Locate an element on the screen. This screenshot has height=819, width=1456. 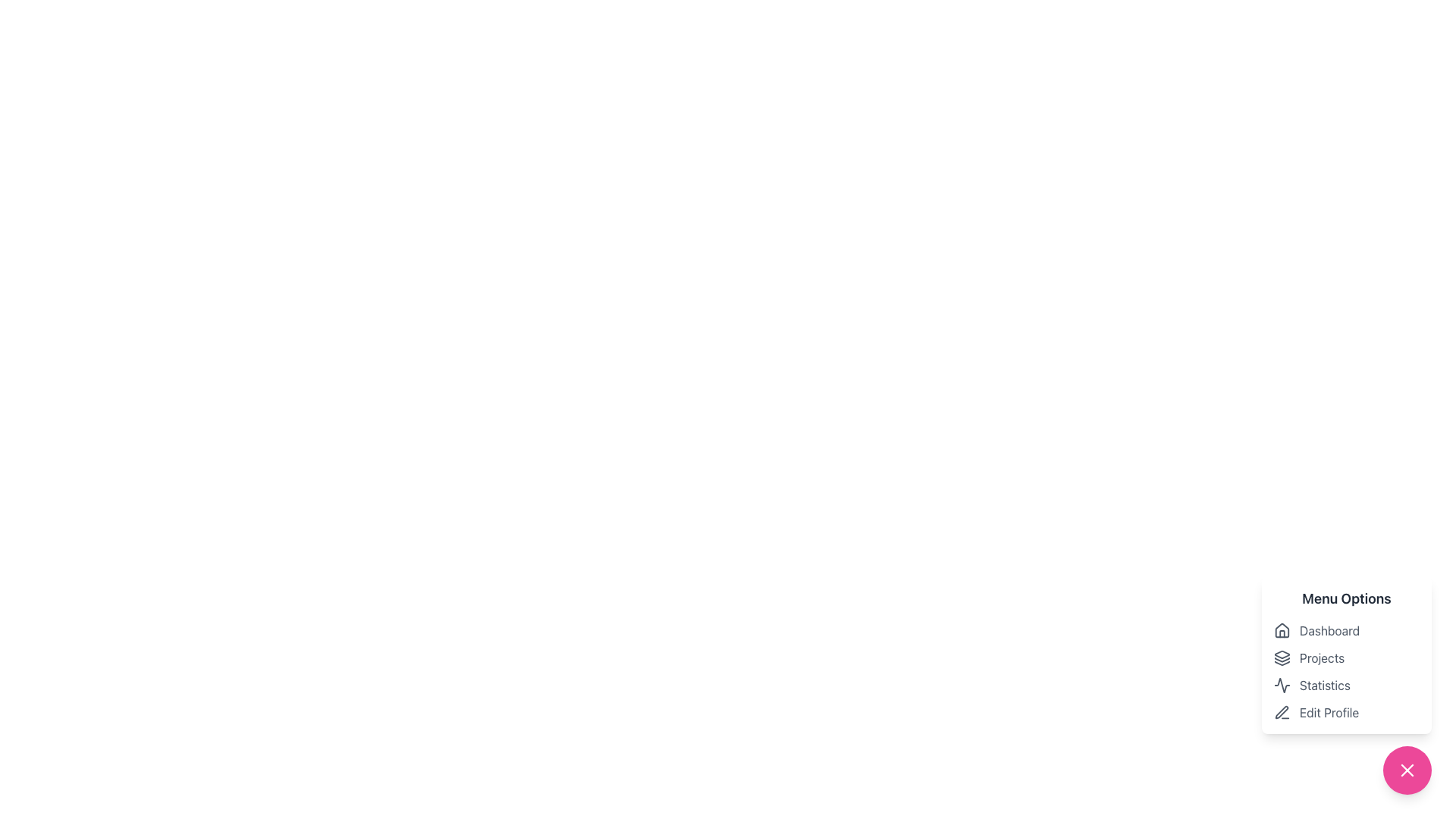
the 'Menu Options' dropdown menu element is located at coordinates (1347, 654).